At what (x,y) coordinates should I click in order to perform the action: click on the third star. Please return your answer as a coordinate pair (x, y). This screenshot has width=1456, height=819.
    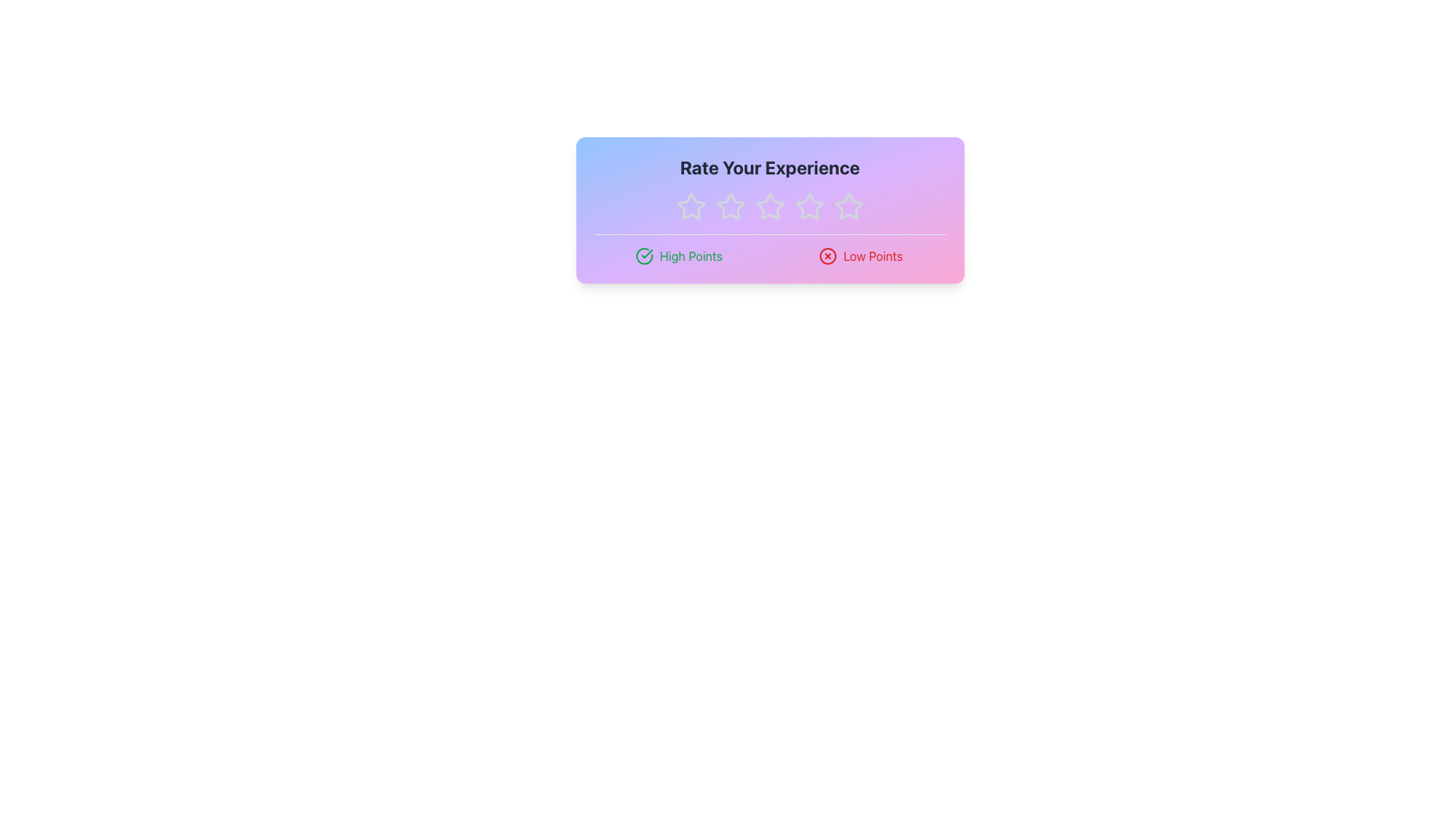
    Looking at the image, I should click on (770, 206).